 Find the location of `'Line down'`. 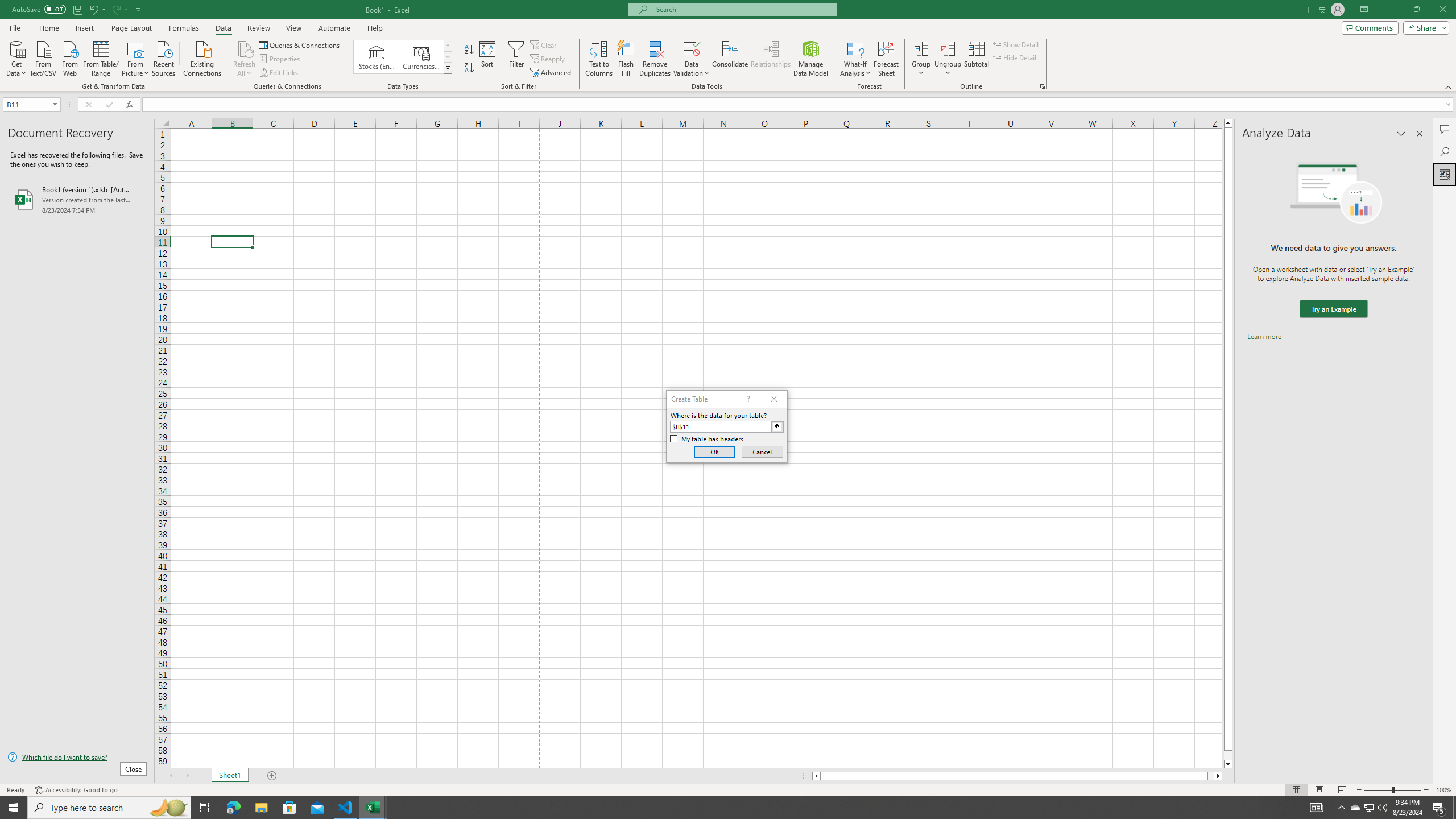

'Line down' is located at coordinates (1228, 764).